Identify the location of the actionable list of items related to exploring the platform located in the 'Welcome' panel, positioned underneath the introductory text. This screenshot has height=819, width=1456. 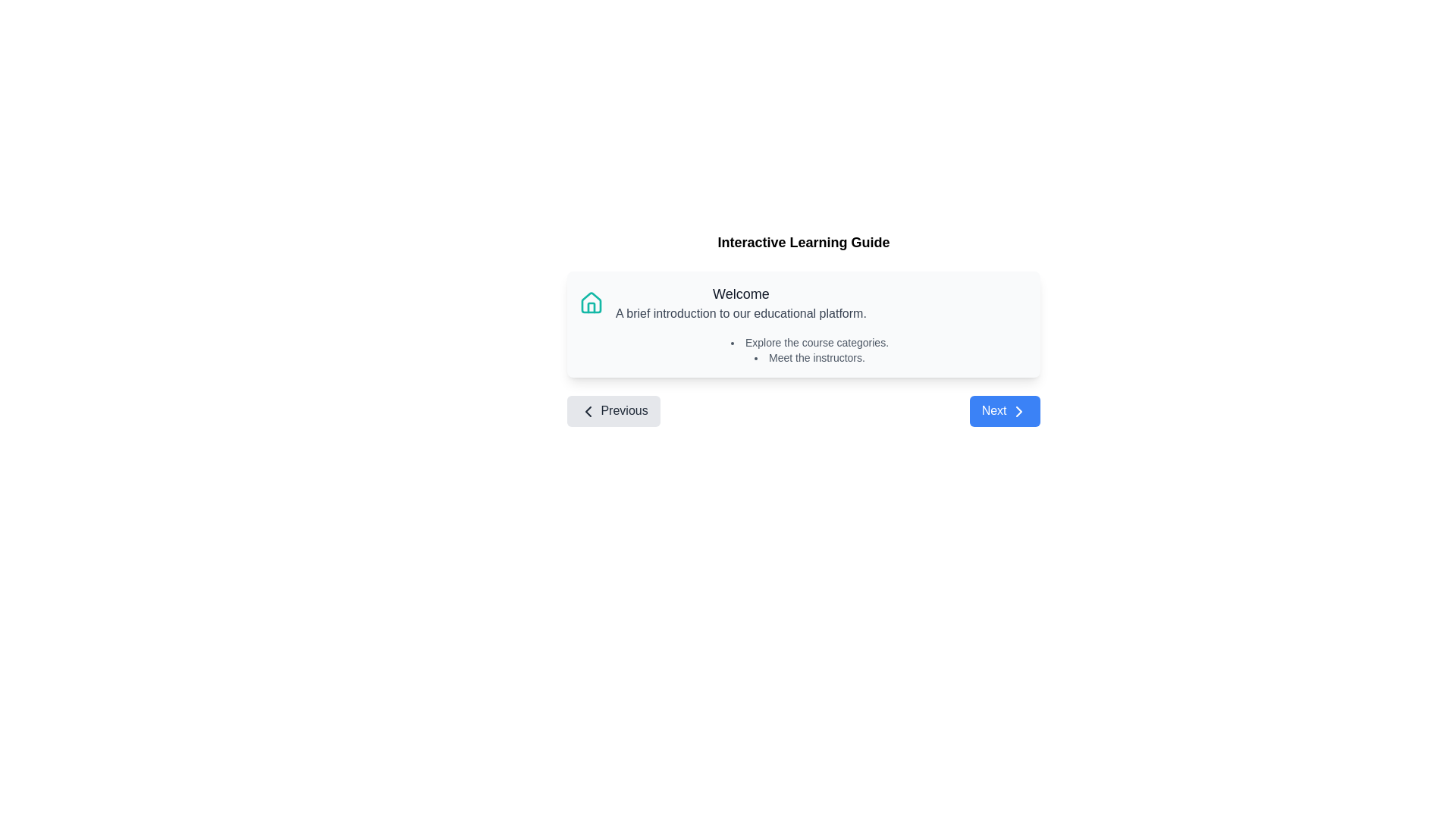
(803, 350).